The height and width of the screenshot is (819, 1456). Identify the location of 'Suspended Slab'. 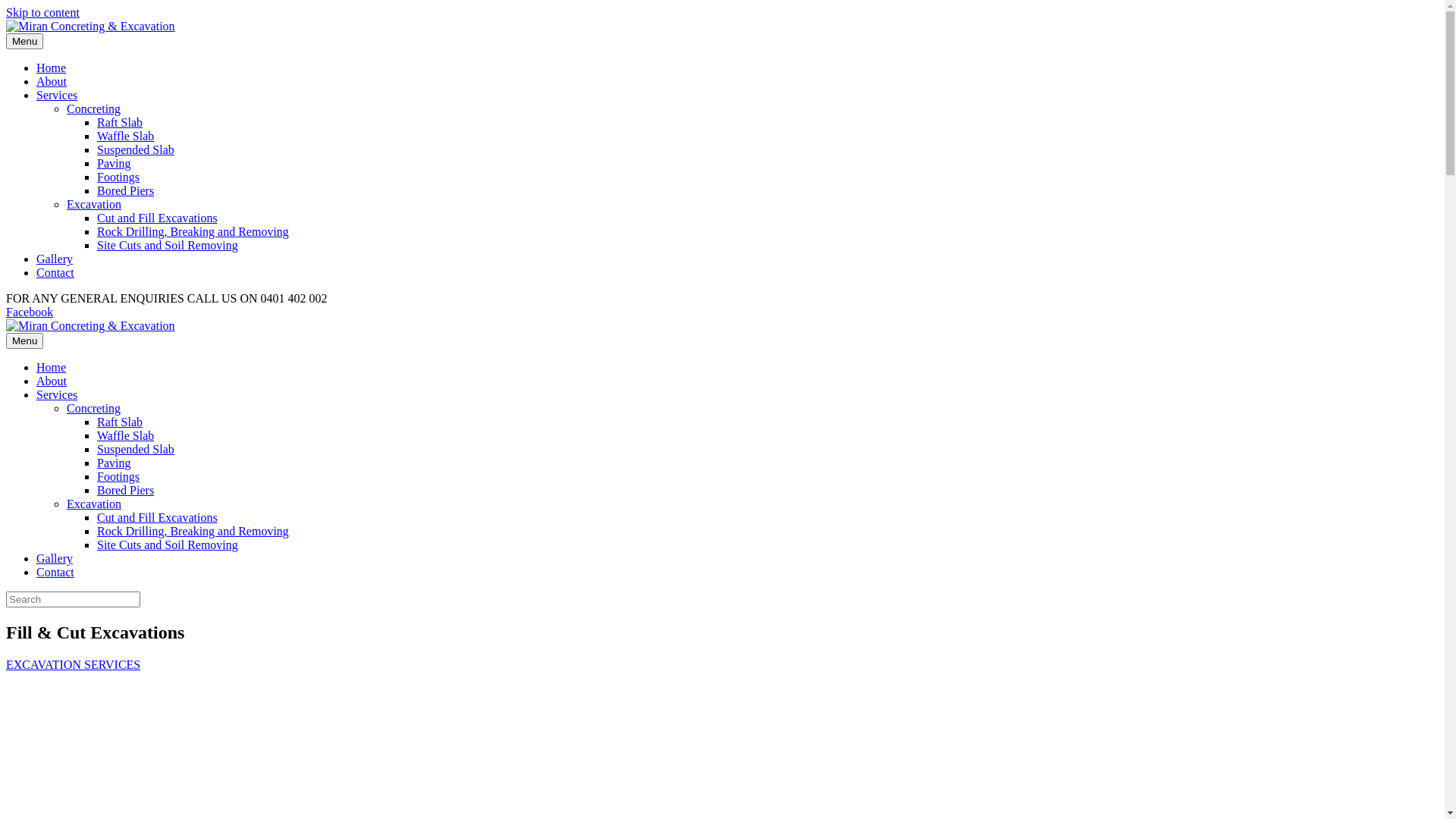
(135, 149).